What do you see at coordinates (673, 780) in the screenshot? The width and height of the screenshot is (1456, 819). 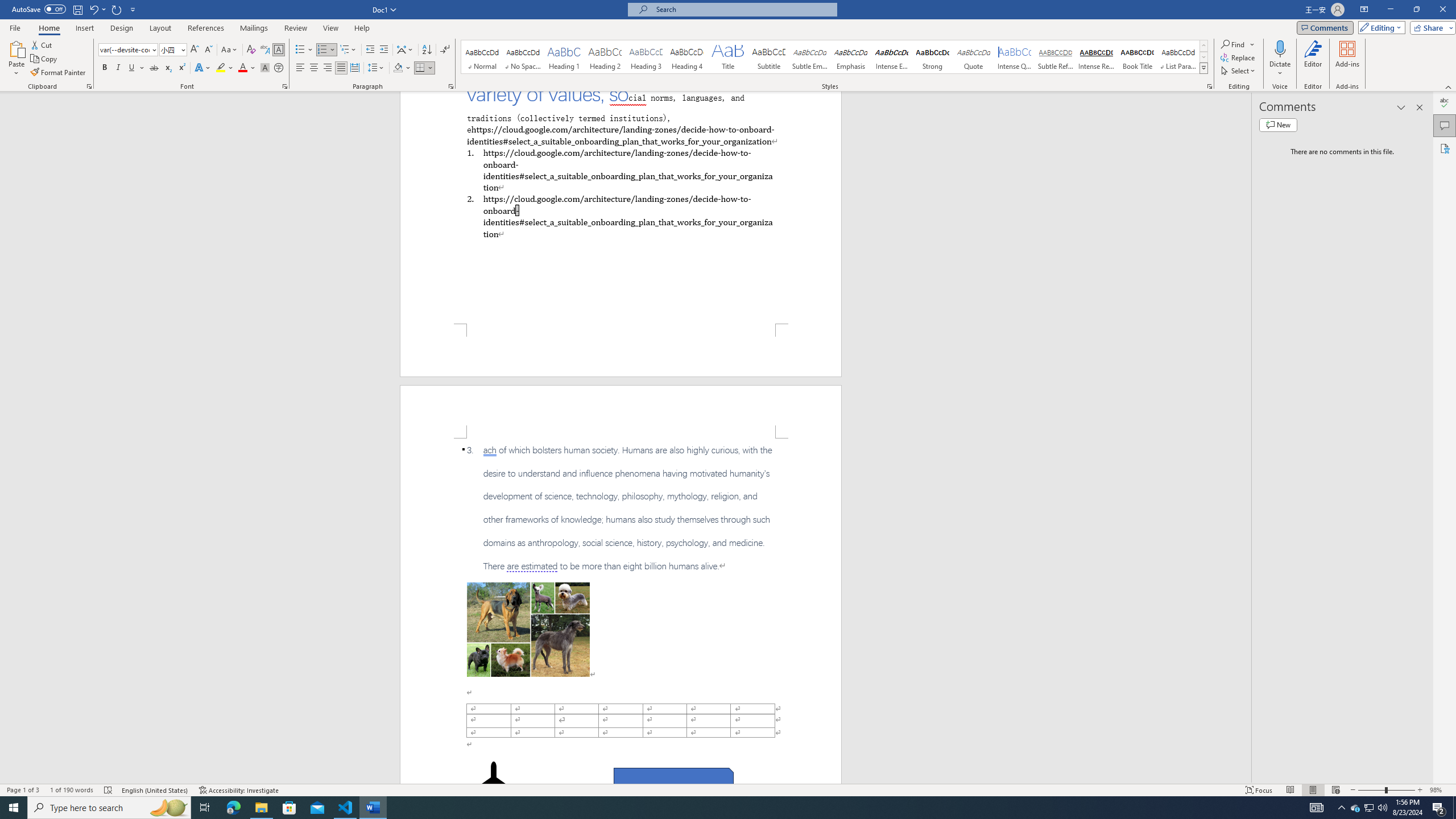 I see `'Rectangle: Diagonal Corners Snipped 2'` at bounding box center [673, 780].